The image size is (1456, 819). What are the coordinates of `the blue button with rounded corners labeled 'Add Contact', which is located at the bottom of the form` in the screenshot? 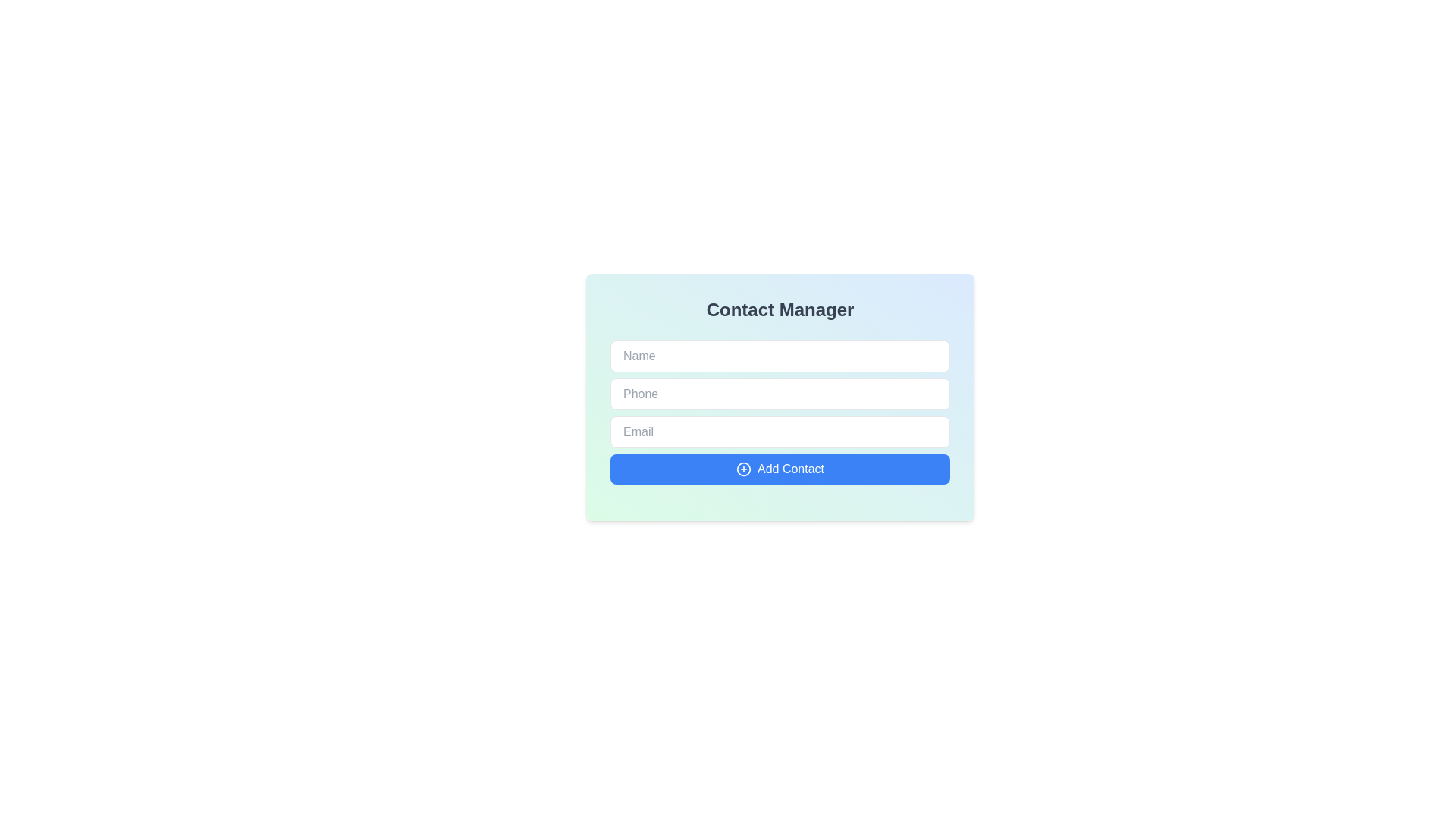 It's located at (780, 468).